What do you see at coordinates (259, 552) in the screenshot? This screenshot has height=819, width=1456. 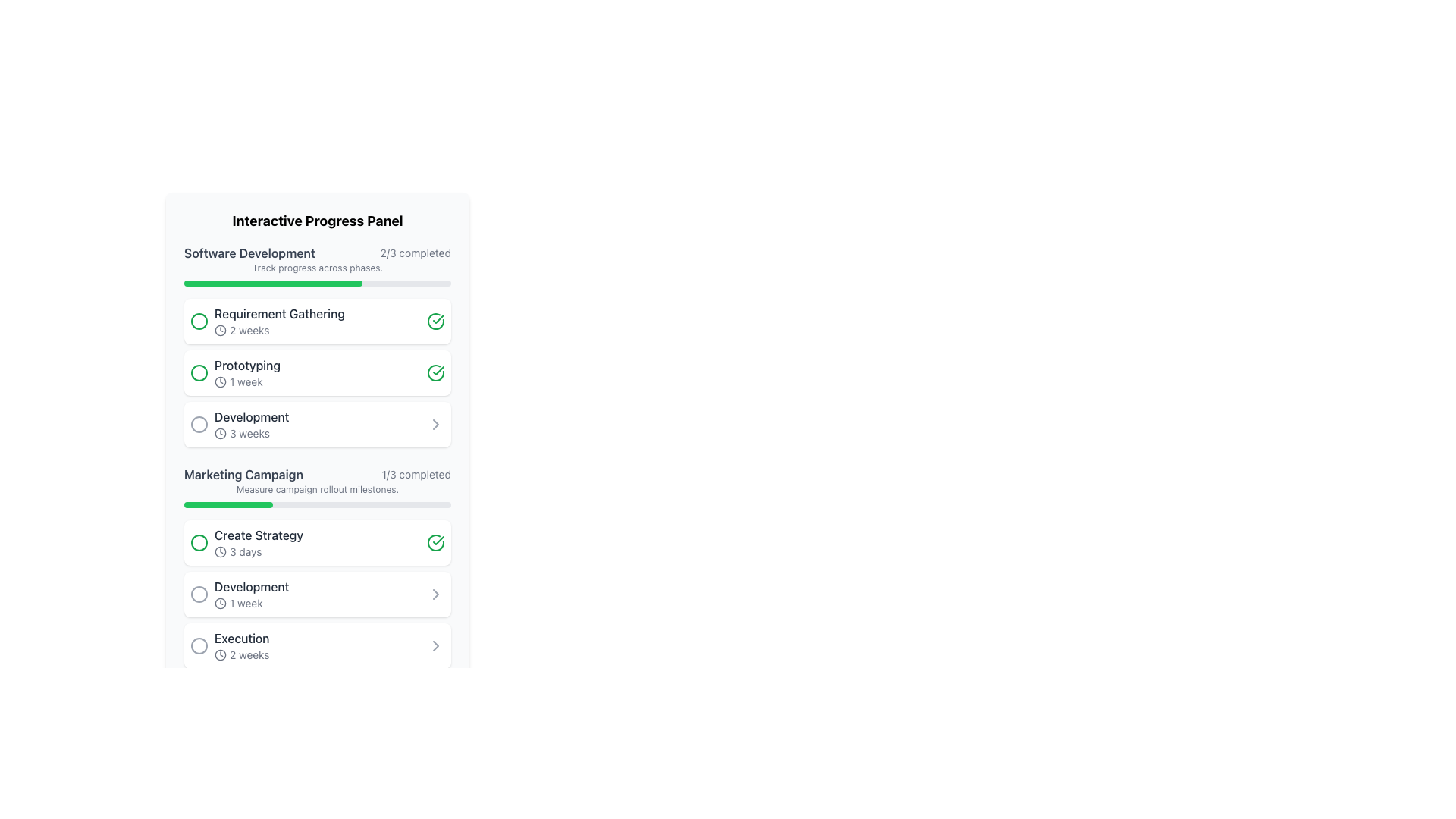 I see `the text label displaying '3 days' with a clock icon` at bounding box center [259, 552].